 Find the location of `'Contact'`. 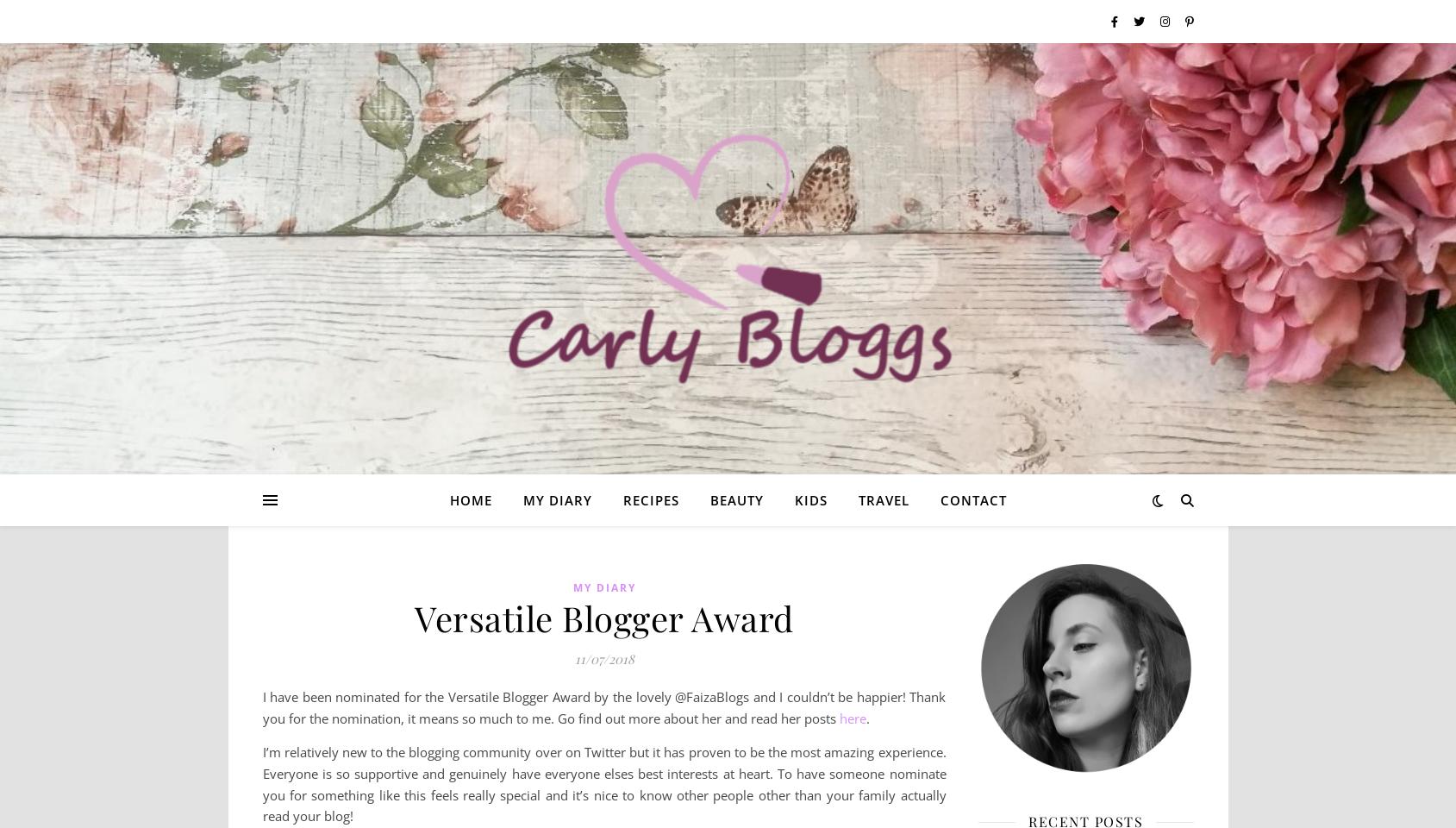

'Contact' is located at coordinates (940, 500).